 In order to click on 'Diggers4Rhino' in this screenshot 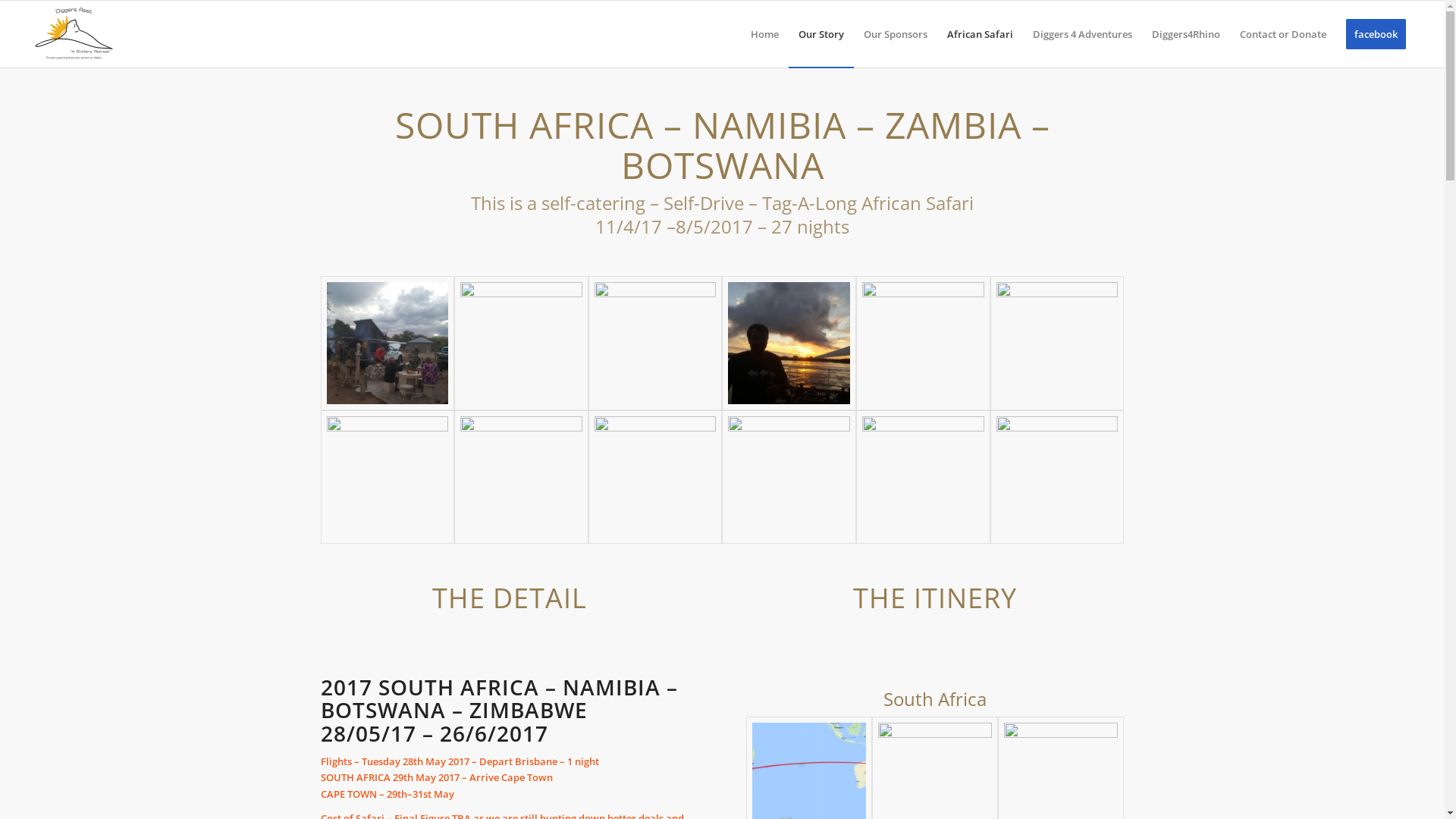, I will do `click(1185, 34)`.